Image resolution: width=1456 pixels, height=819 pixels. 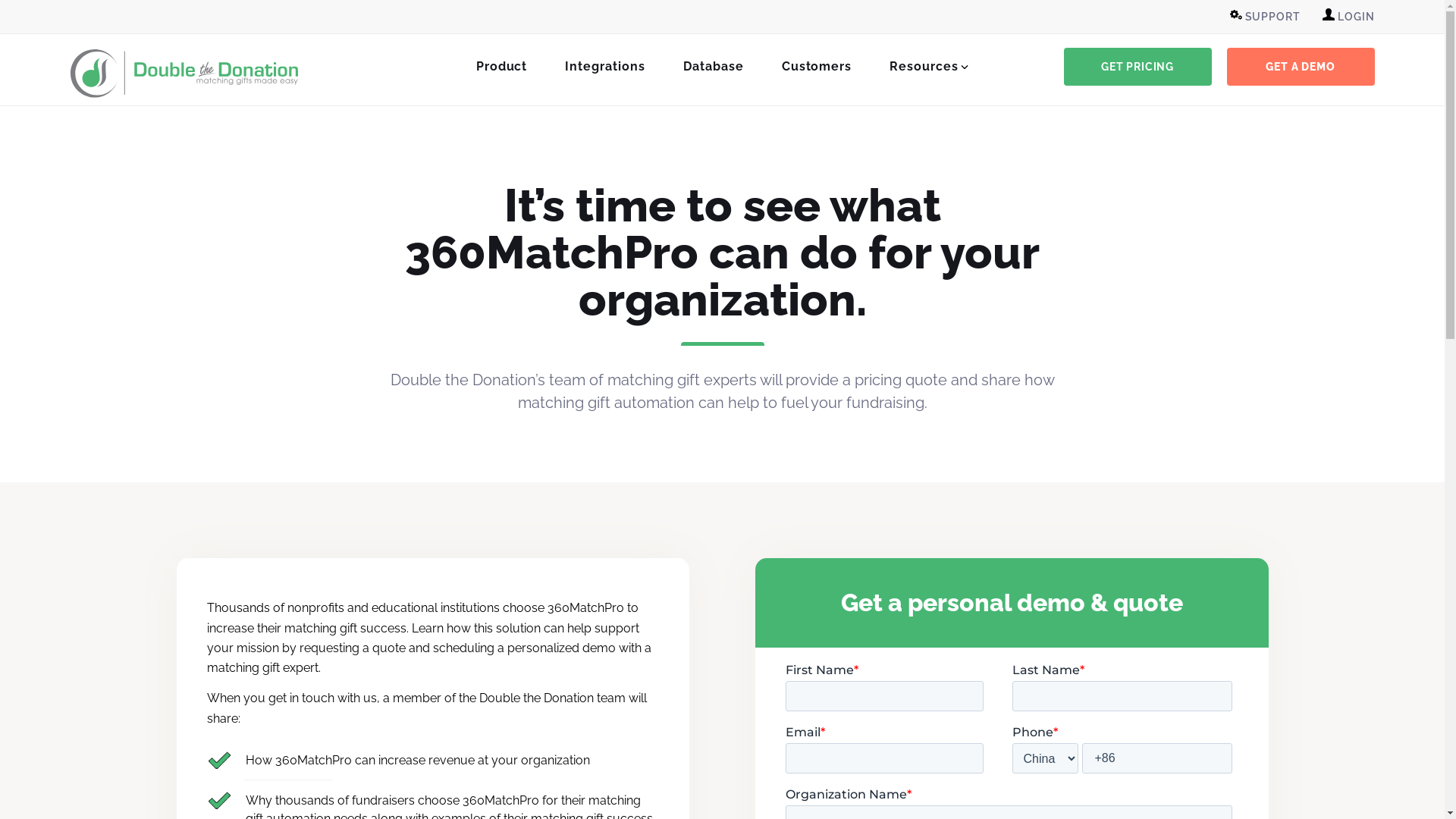 What do you see at coordinates (1300, 65) in the screenshot?
I see `'GET A DEMO'` at bounding box center [1300, 65].